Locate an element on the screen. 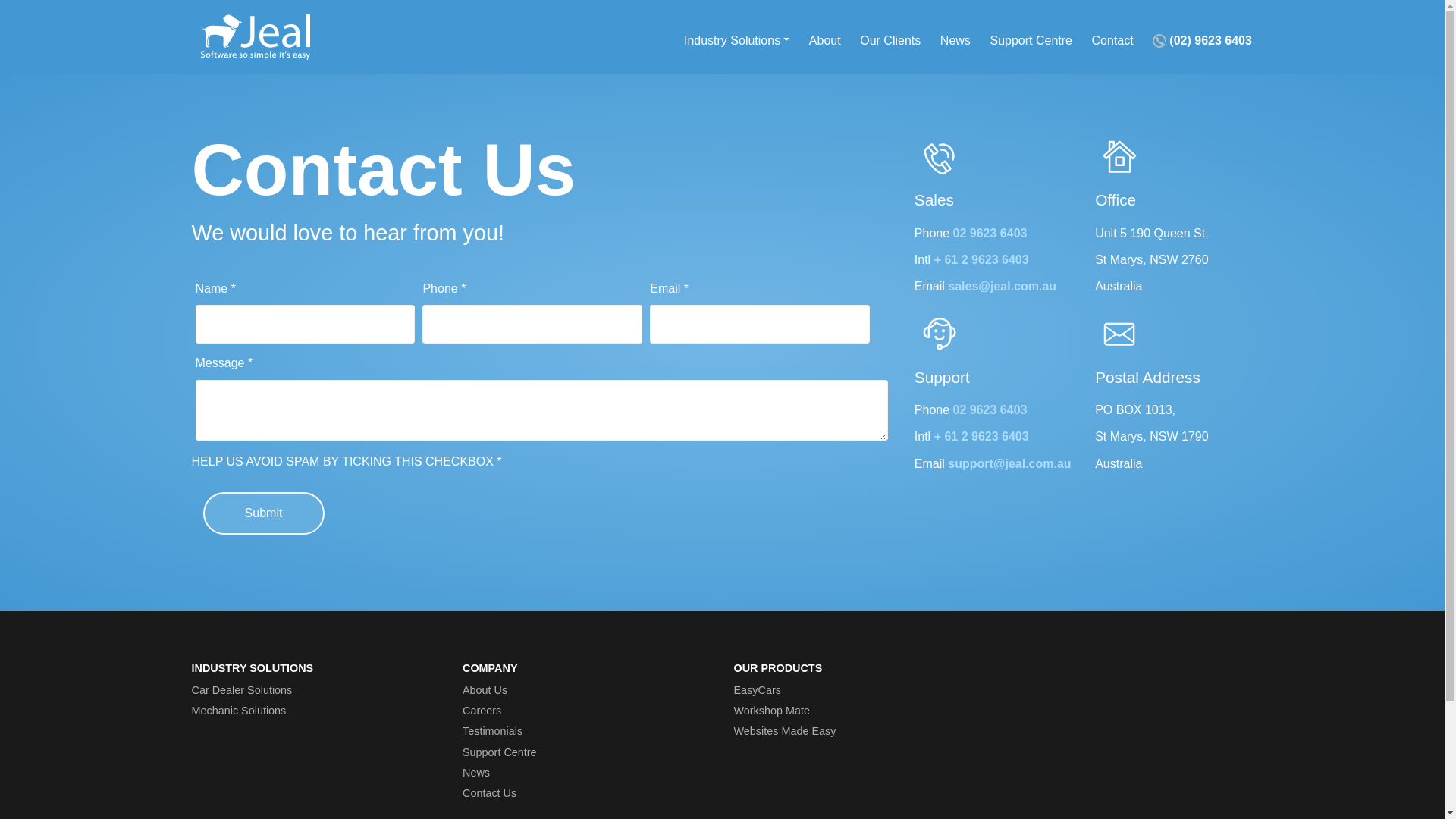 The width and height of the screenshot is (1456, 819). 'Workshop Mate' is located at coordinates (734, 711).